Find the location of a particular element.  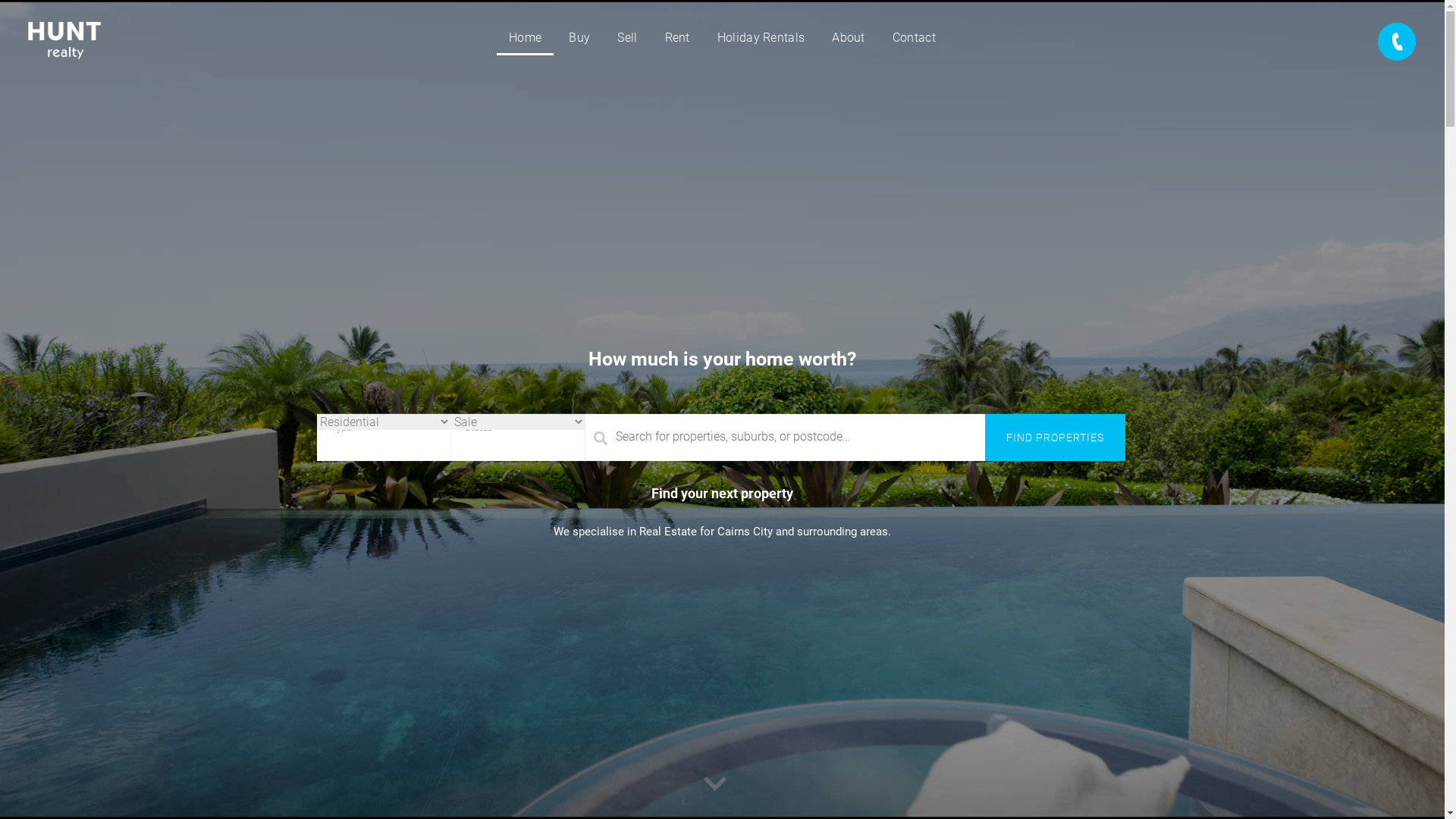

'Rent' is located at coordinates (676, 37).